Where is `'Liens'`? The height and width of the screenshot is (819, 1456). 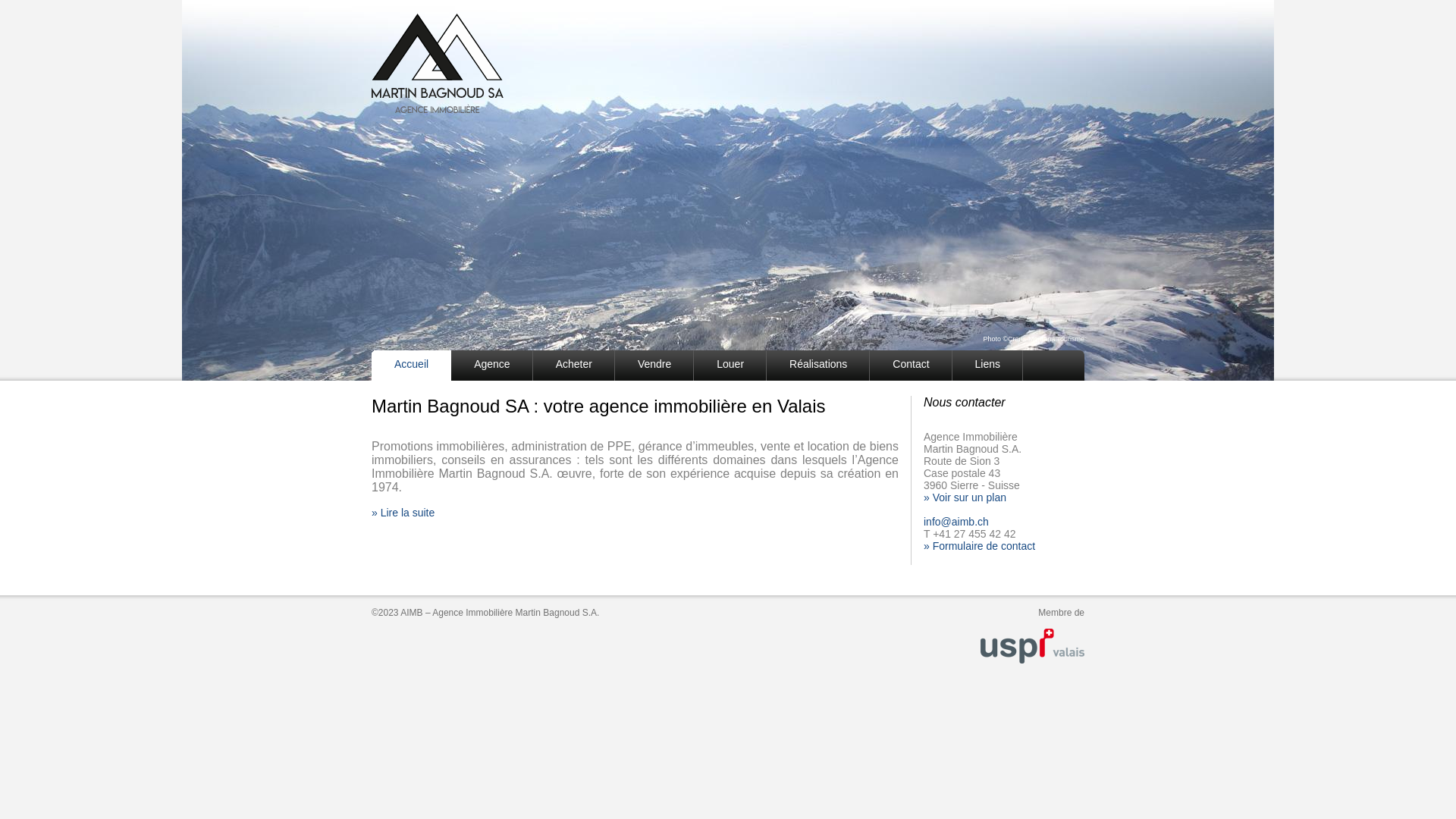
'Liens' is located at coordinates (987, 366).